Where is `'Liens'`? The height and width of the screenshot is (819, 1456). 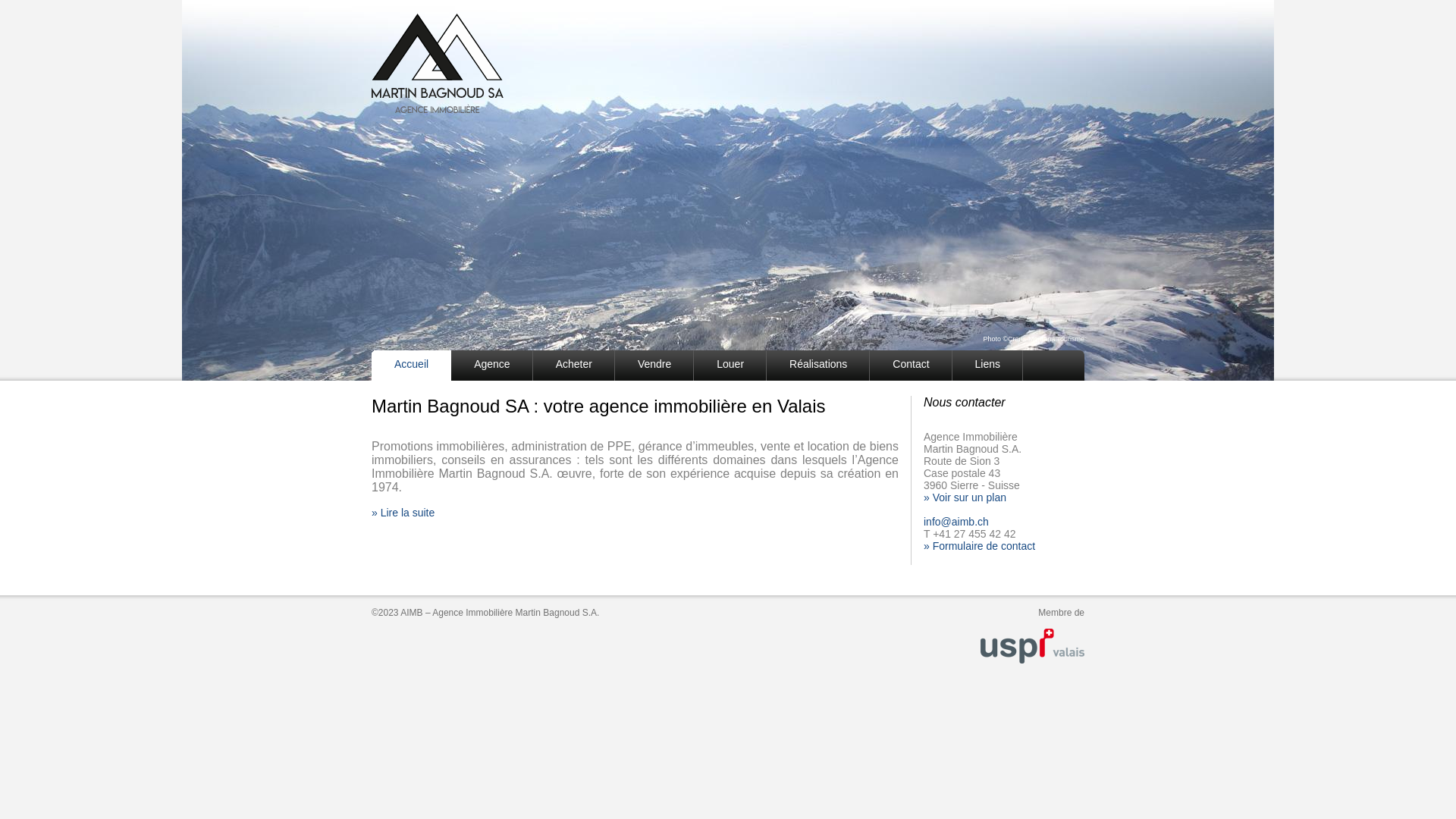
'Liens' is located at coordinates (987, 366).